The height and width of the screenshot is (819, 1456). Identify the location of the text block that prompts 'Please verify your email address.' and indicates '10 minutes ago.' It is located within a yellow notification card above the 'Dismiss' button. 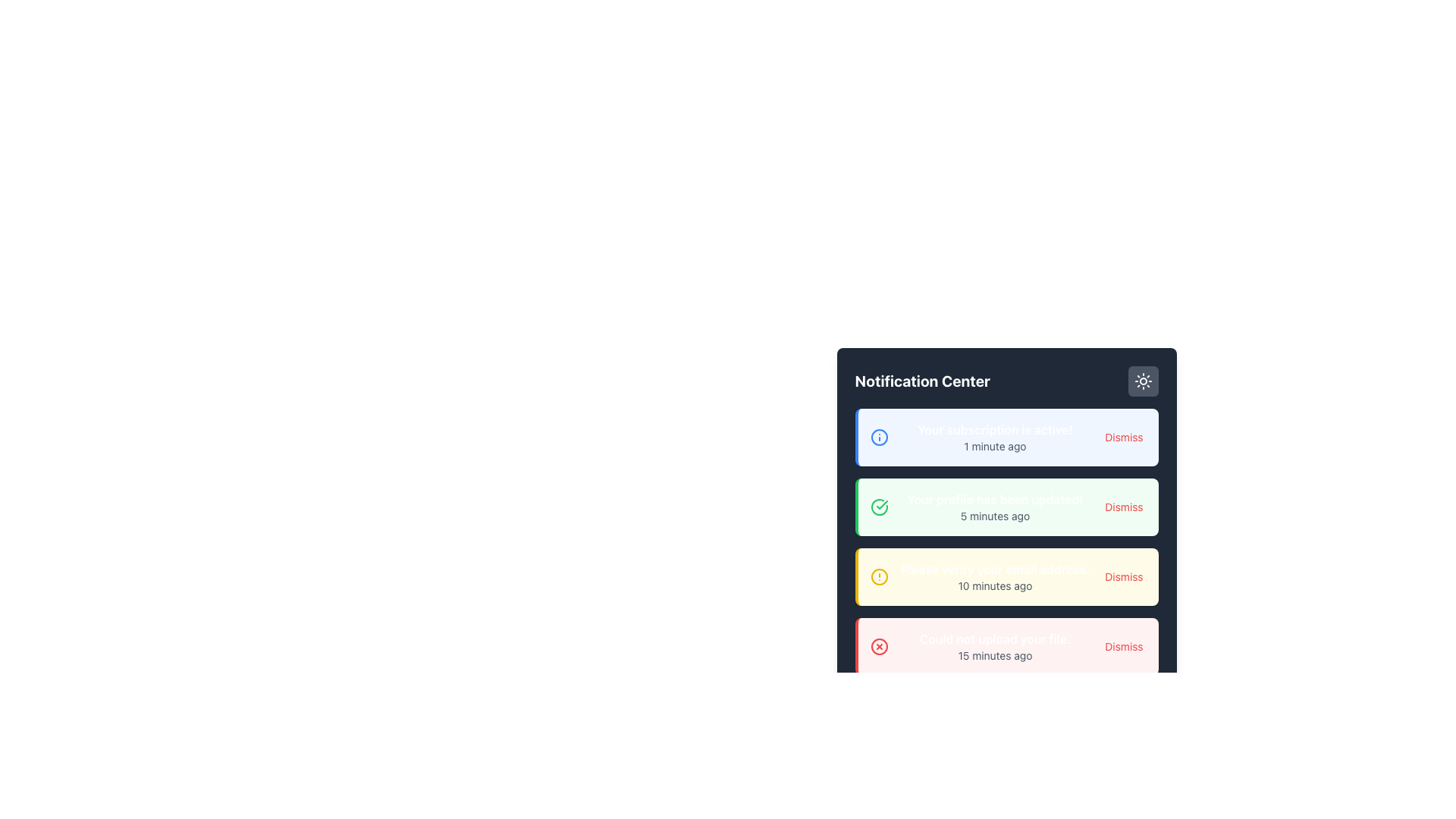
(995, 576).